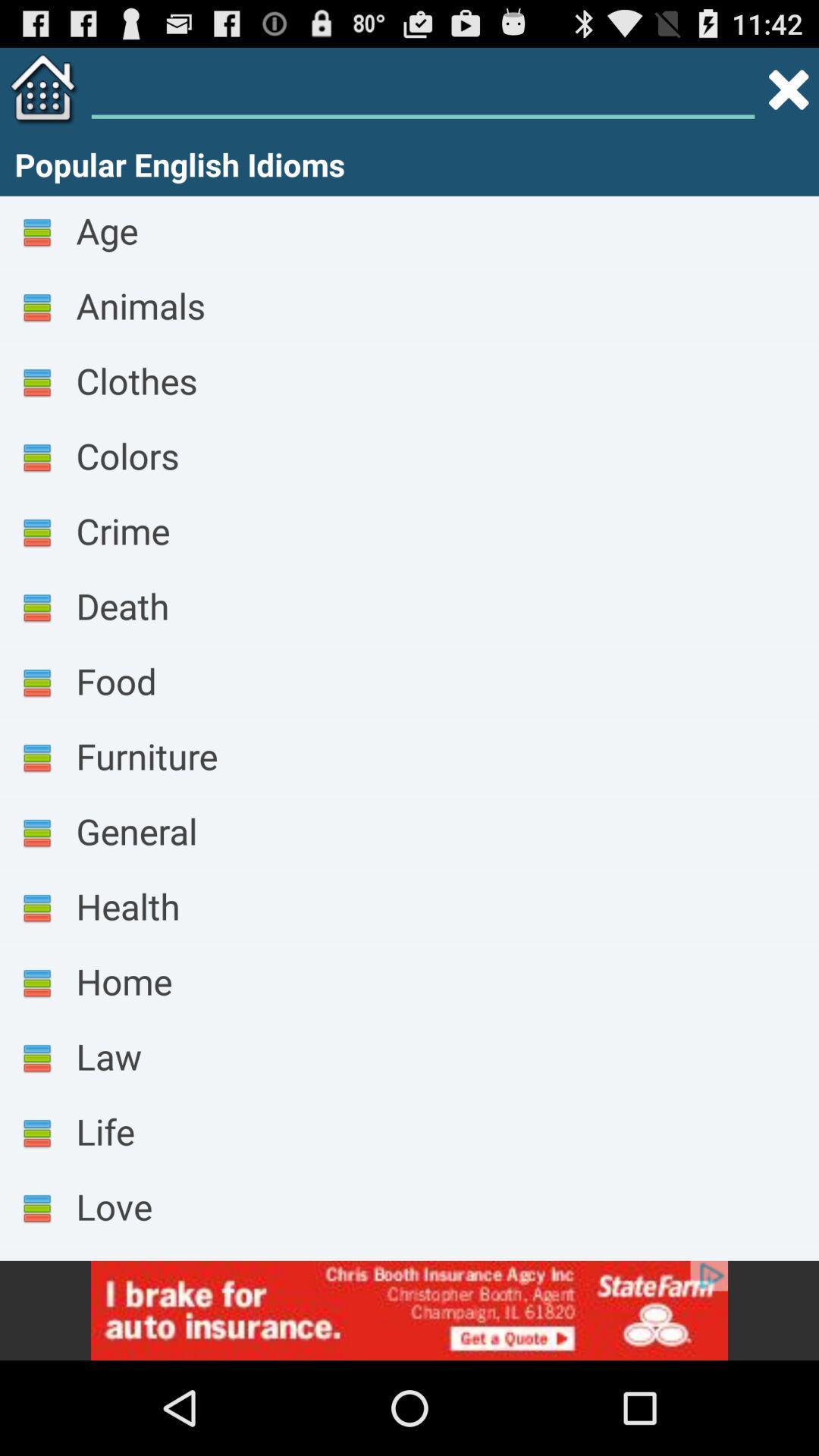 Image resolution: width=819 pixels, height=1456 pixels. I want to click on icon which is before animals, so click(36, 308).